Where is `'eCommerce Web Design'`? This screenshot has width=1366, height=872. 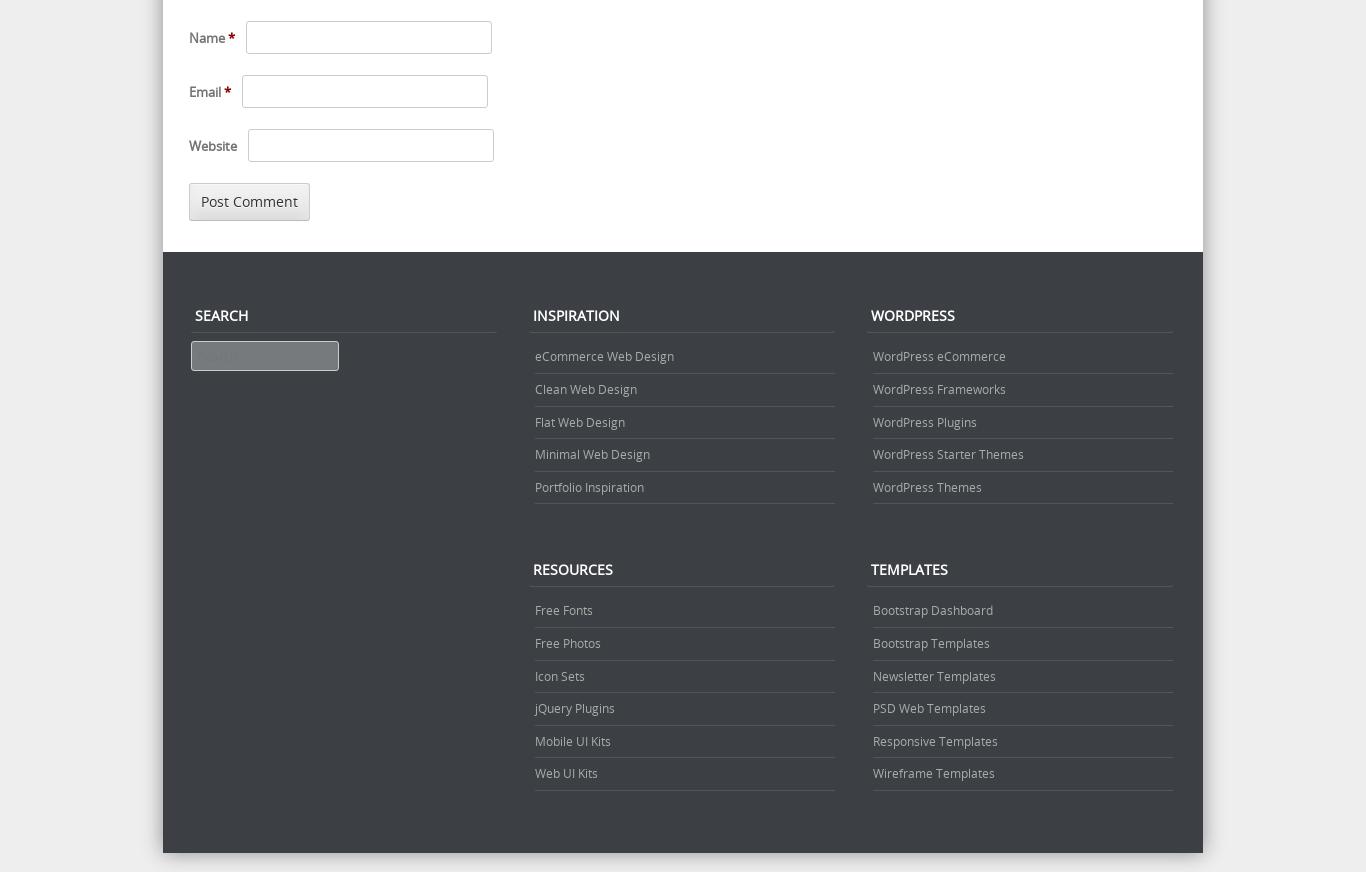 'eCommerce Web Design' is located at coordinates (603, 356).